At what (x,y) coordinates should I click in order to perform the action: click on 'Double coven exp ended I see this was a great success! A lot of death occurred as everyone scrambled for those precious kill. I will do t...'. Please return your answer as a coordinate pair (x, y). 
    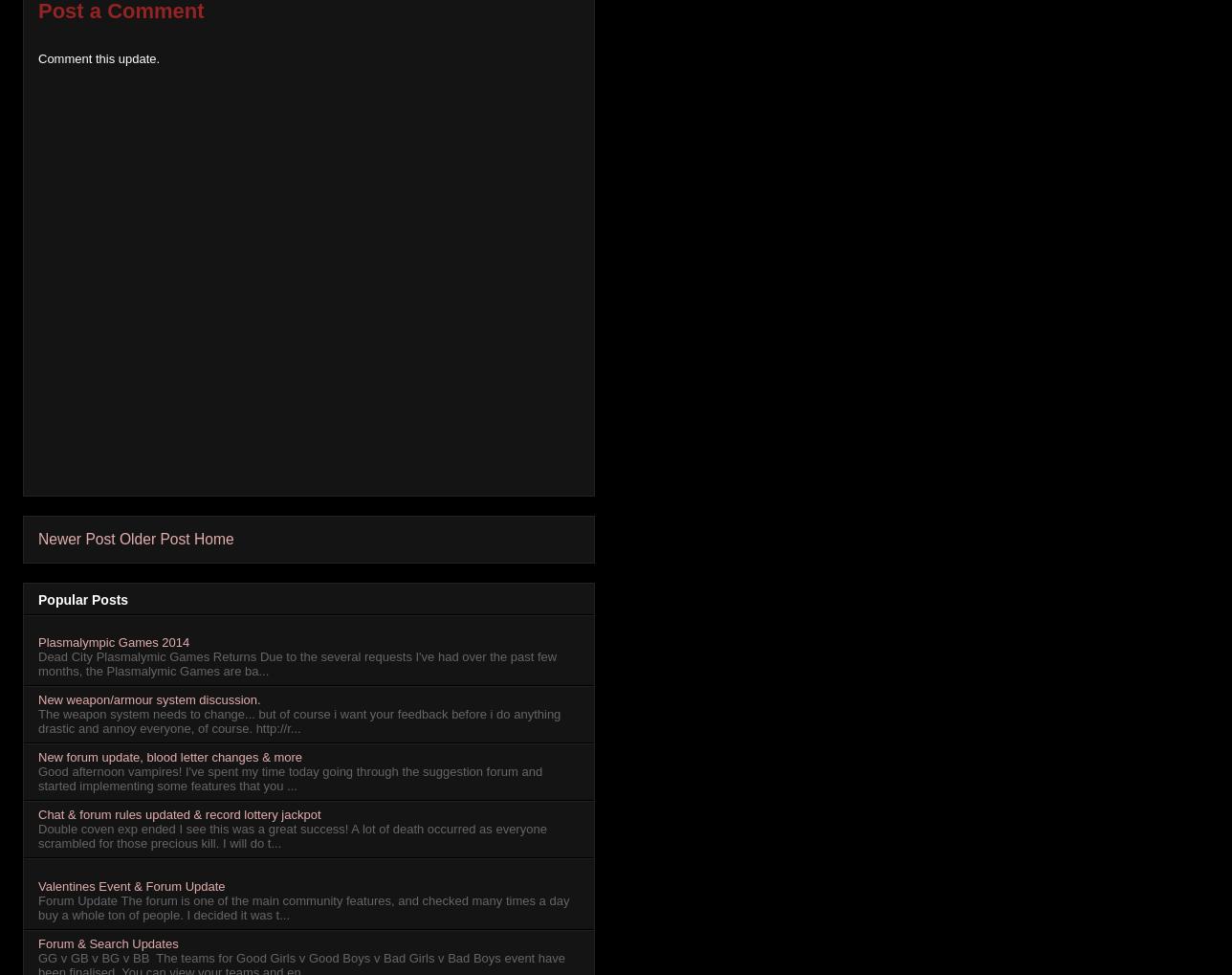
    Looking at the image, I should click on (292, 834).